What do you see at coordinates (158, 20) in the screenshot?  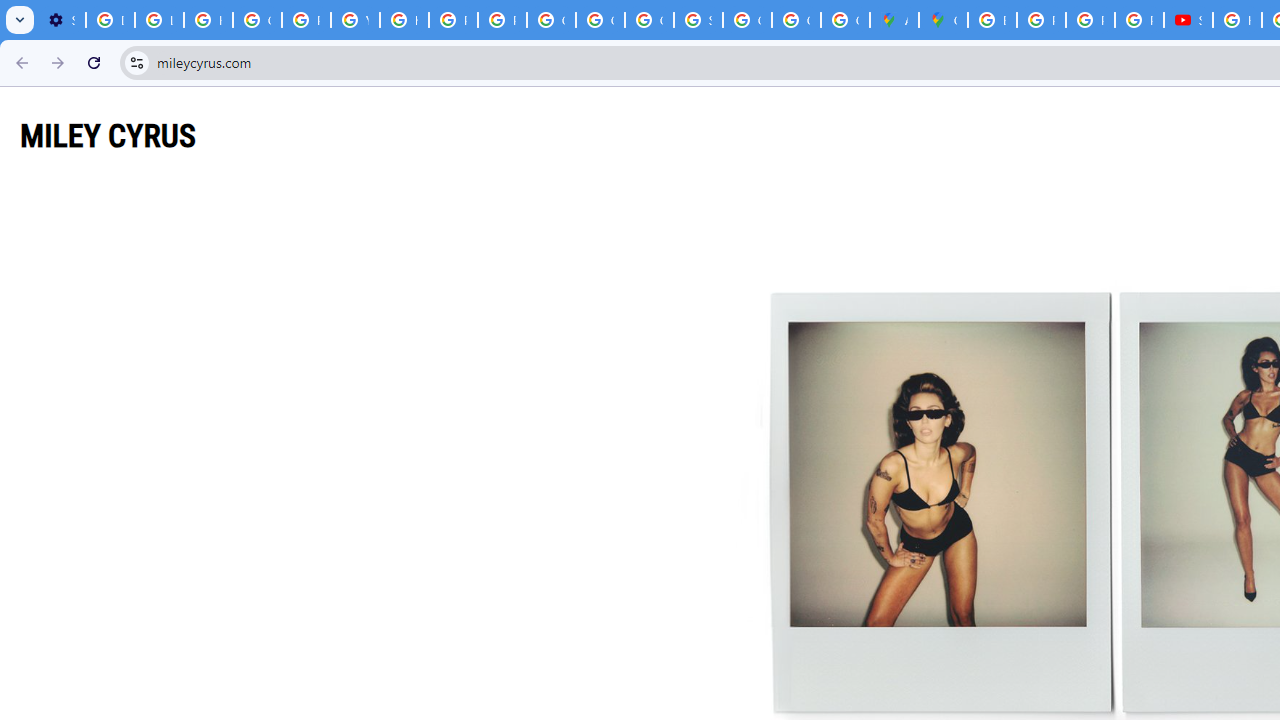 I see `'Learn how to find your photos - Google Photos Help'` at bounding box center [158, 20].